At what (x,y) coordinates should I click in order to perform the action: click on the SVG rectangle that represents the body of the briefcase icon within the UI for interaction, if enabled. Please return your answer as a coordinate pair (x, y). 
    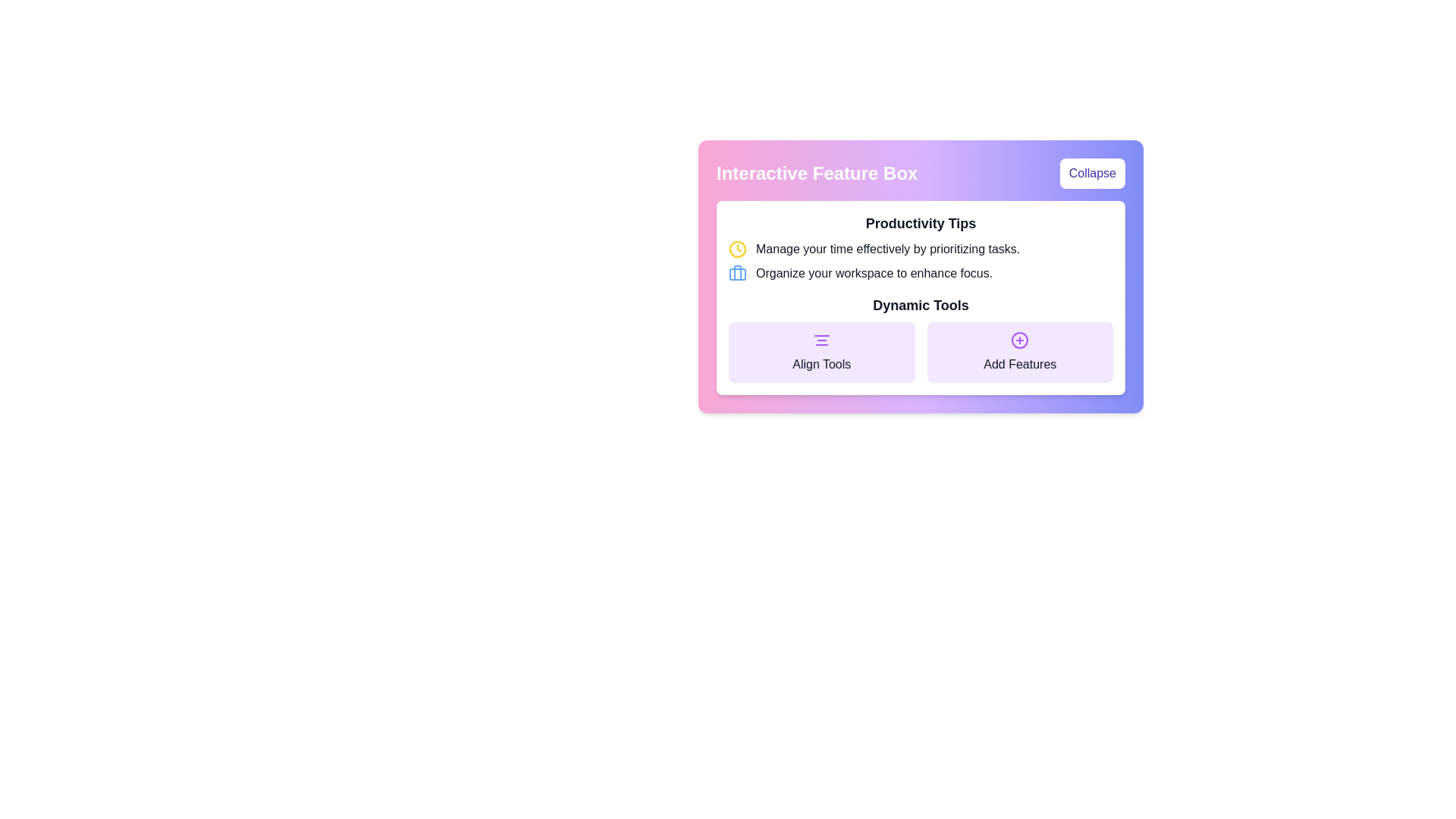
    Looking at the image, I should click on (738, 275).